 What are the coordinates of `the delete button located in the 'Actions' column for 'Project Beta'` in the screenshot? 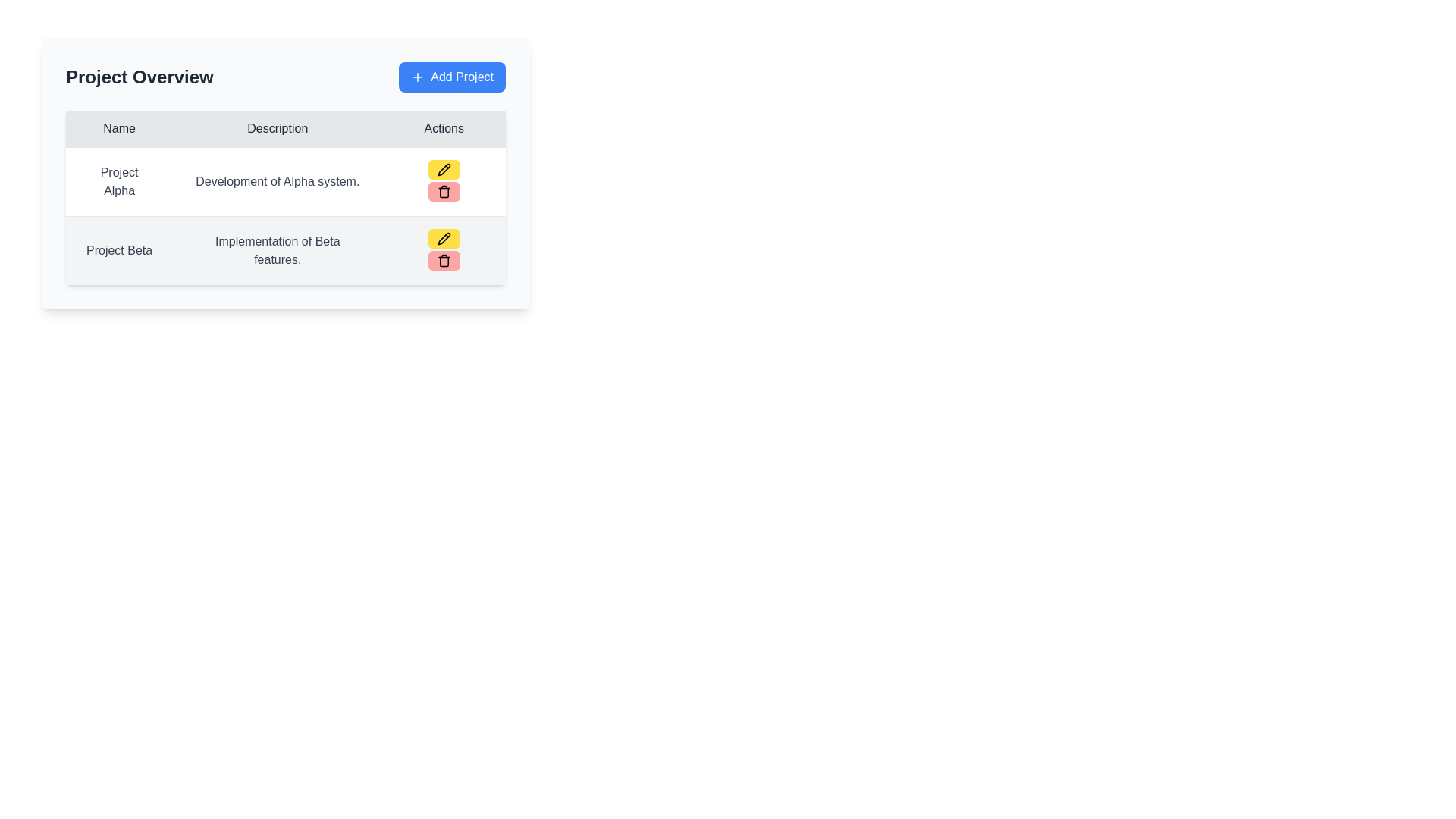 It's located at (443, 259).